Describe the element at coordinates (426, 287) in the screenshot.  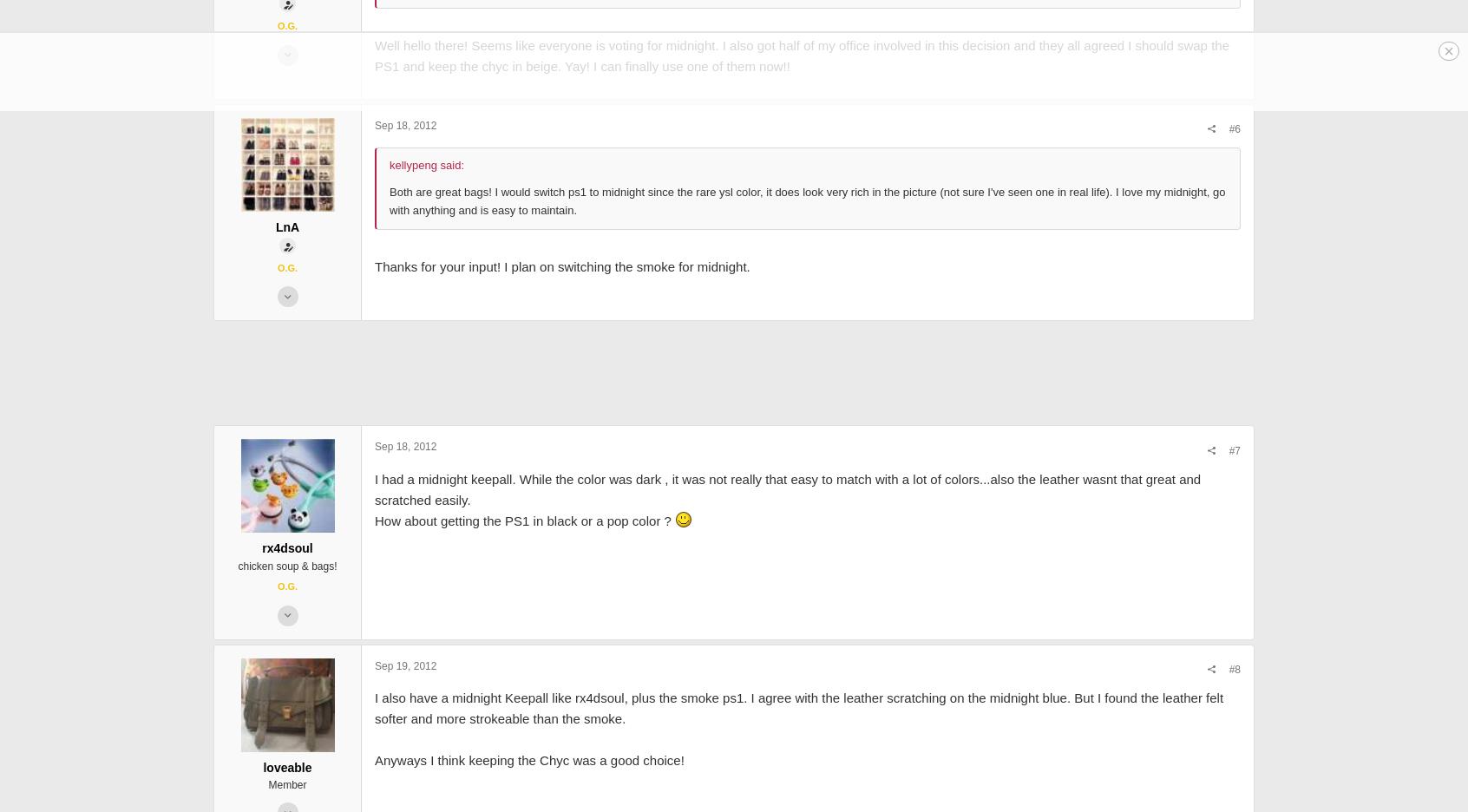
I see `'kellypeng said:'` at that location.